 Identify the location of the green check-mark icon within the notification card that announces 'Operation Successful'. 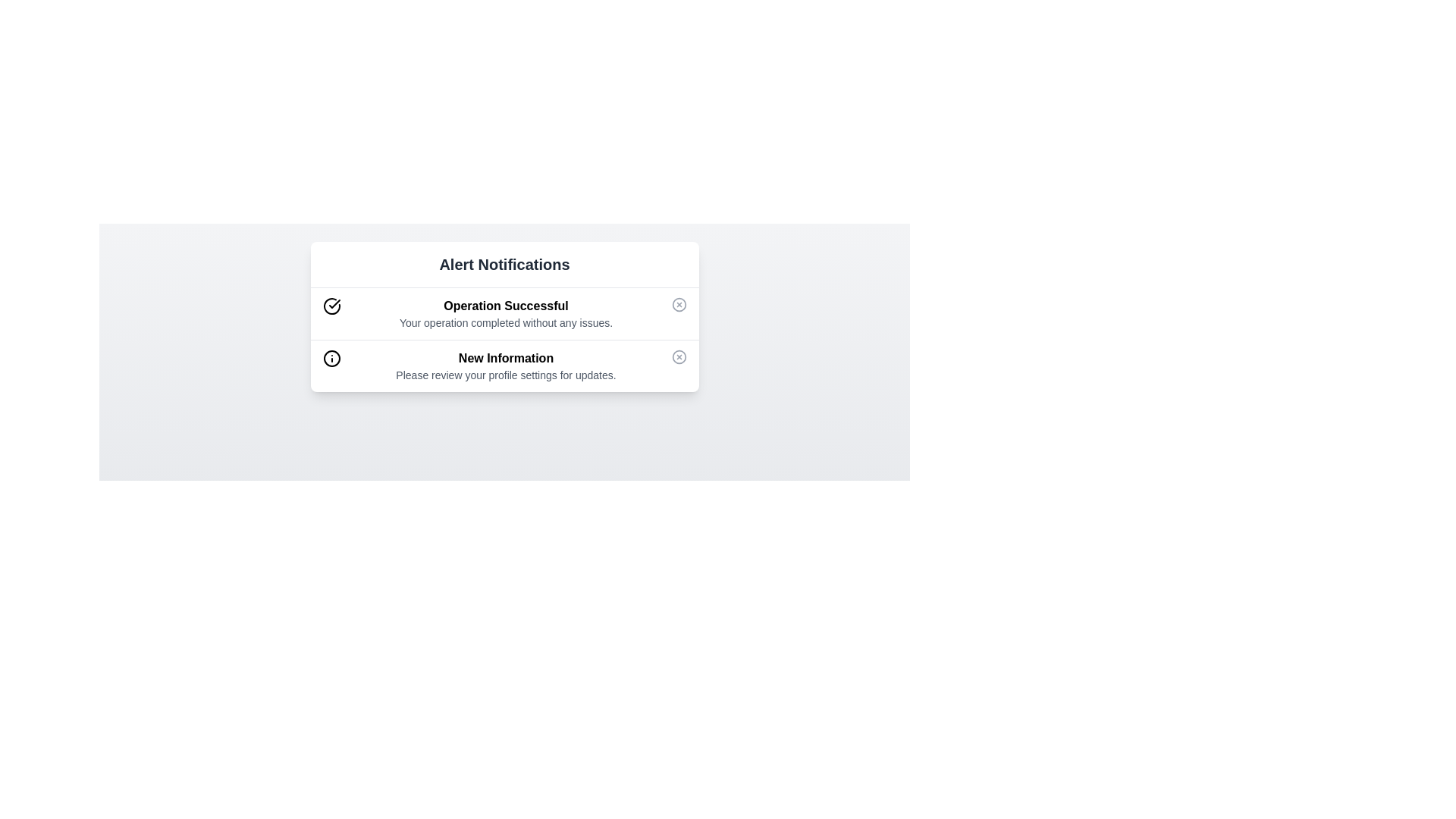
(331, 306).